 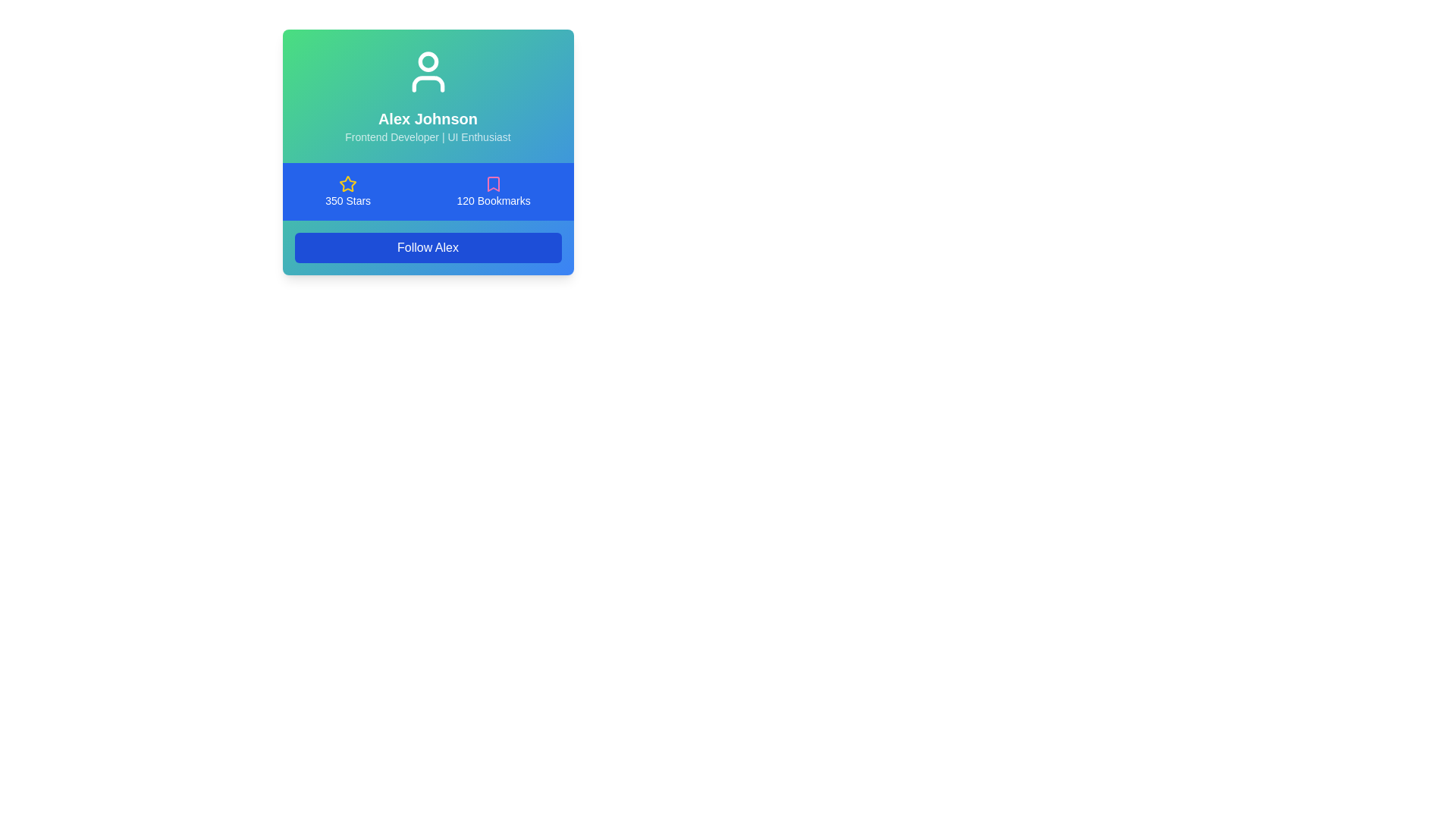 What do you see at coordinates (347, 191) in the screenshot?
I see `the Label with an icon that indicates a count of 350 stars, located in the horizontal blue segment at the lower section of the interface` at bounding box center [347, 191].